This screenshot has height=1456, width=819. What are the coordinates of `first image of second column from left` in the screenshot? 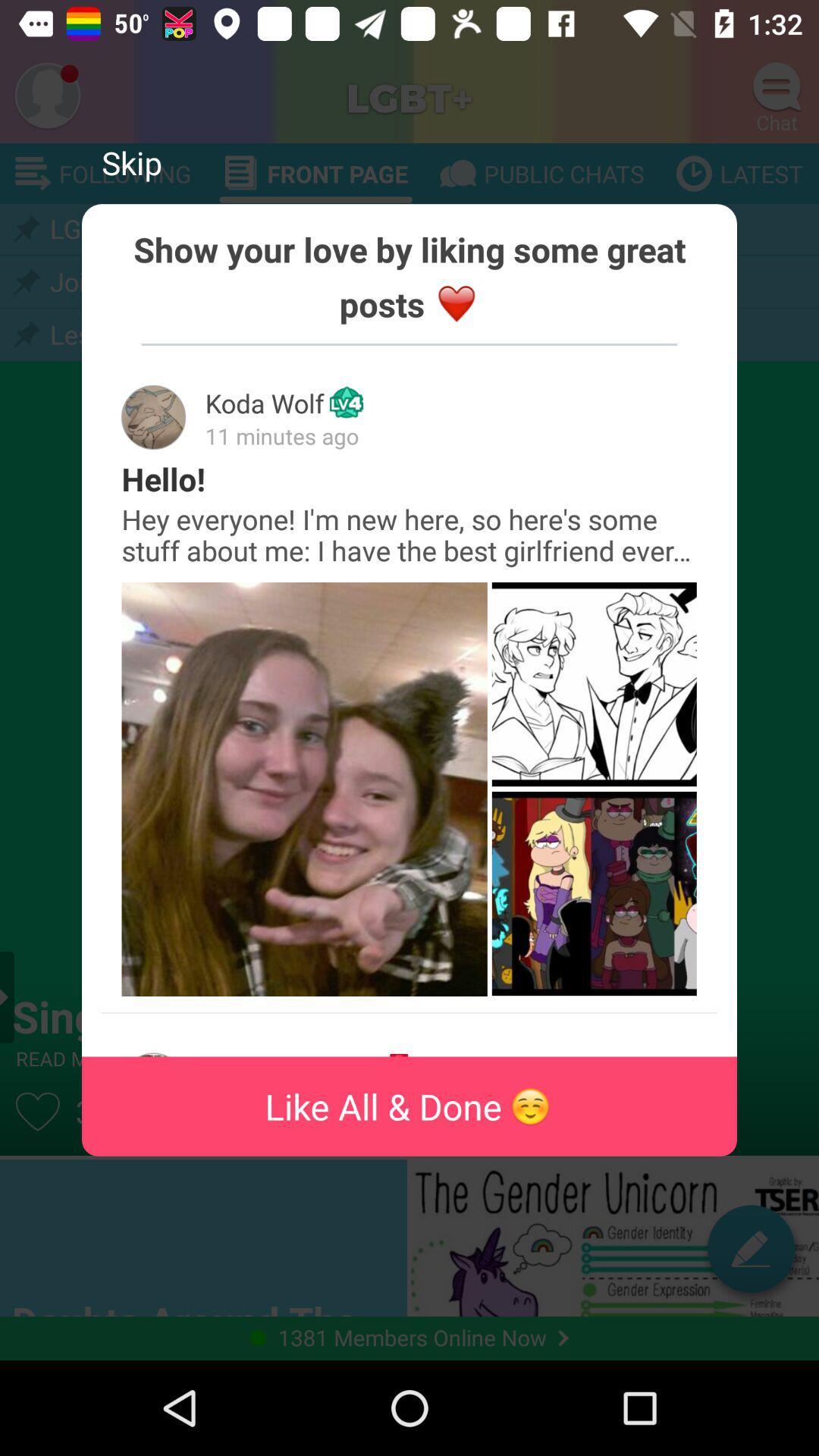 It's located at (593, 683).